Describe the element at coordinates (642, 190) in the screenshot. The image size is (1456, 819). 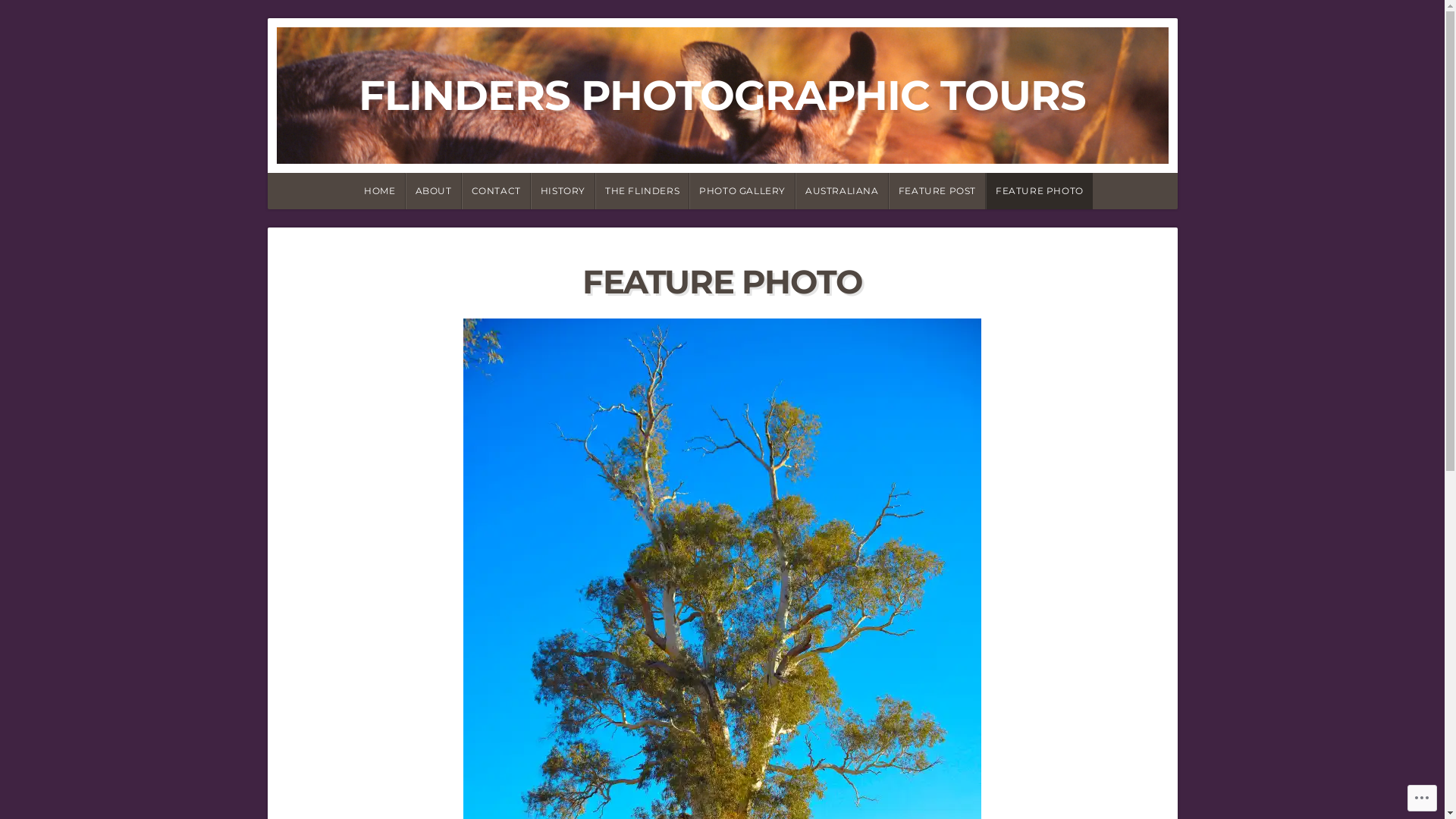
I see `'THE FLINDERS'` at that location.